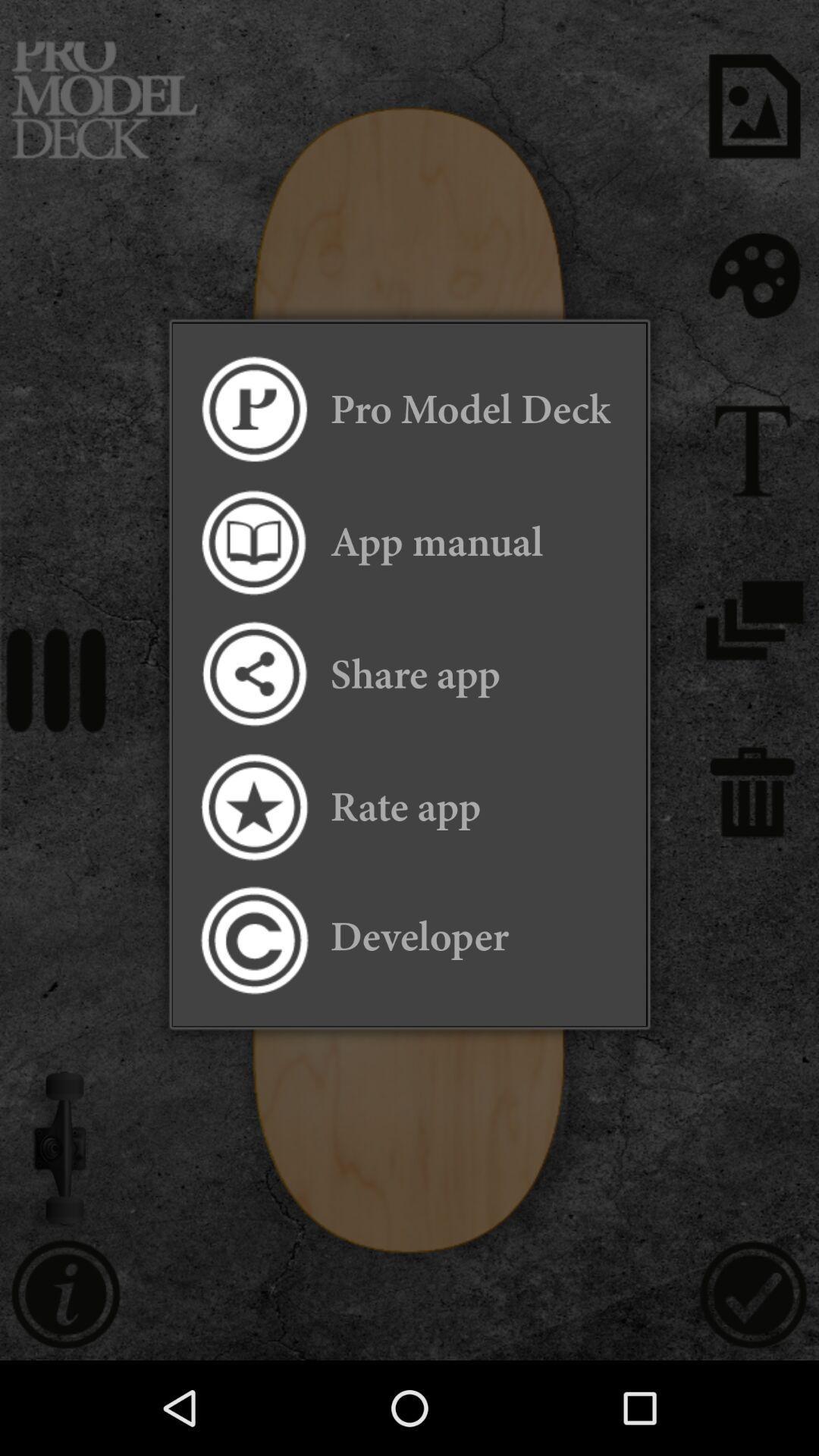  What do you see at coordinates (253, 673) in the screenshot?
I see `app to the left of the share app` at bounding box center [253, 673].